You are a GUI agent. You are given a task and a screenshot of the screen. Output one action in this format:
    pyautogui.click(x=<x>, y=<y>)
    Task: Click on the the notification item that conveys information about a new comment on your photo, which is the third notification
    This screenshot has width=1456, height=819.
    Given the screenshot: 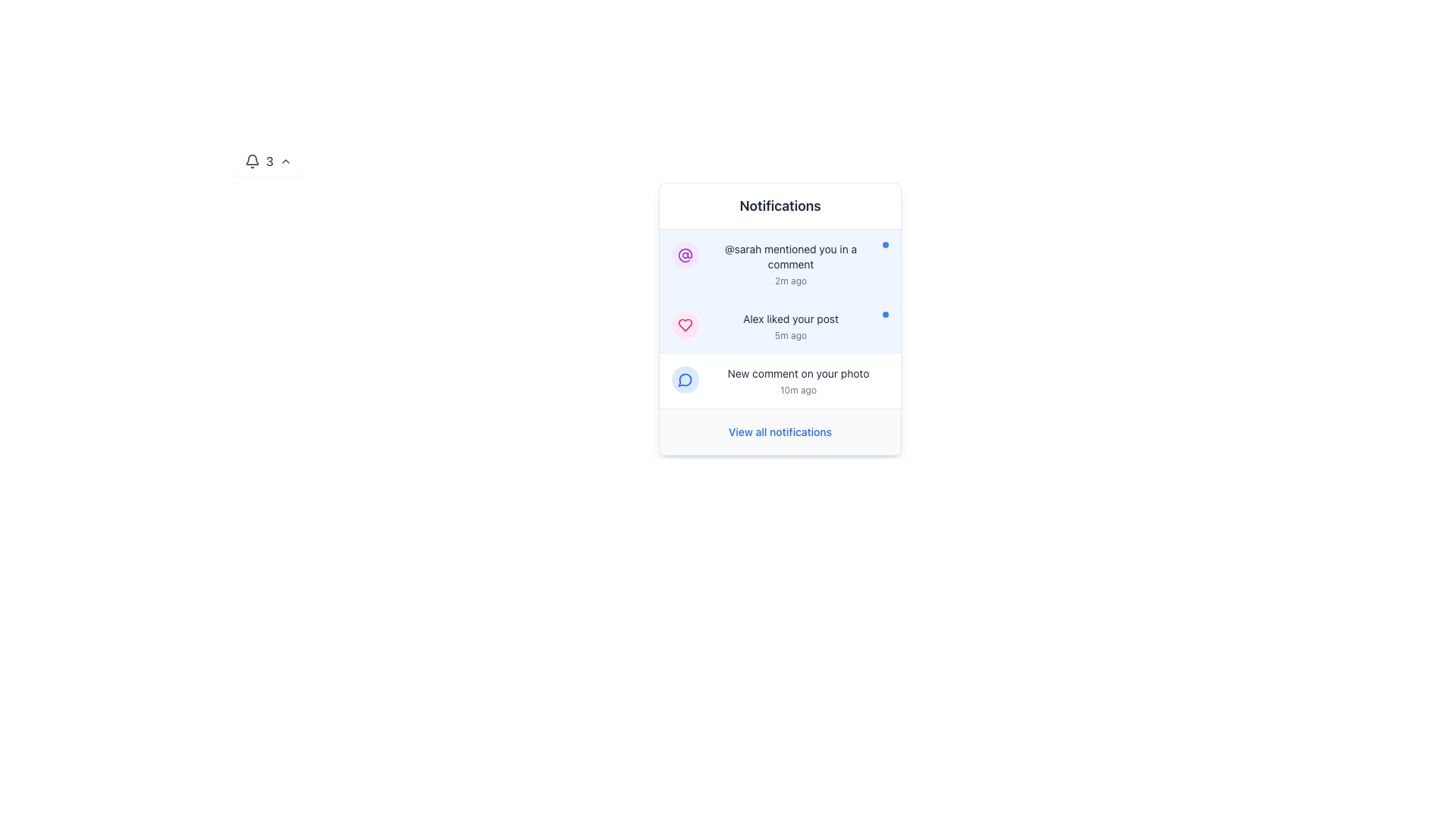 What is the action you would take?
    pyautogui.click(x=797, y=380)
    